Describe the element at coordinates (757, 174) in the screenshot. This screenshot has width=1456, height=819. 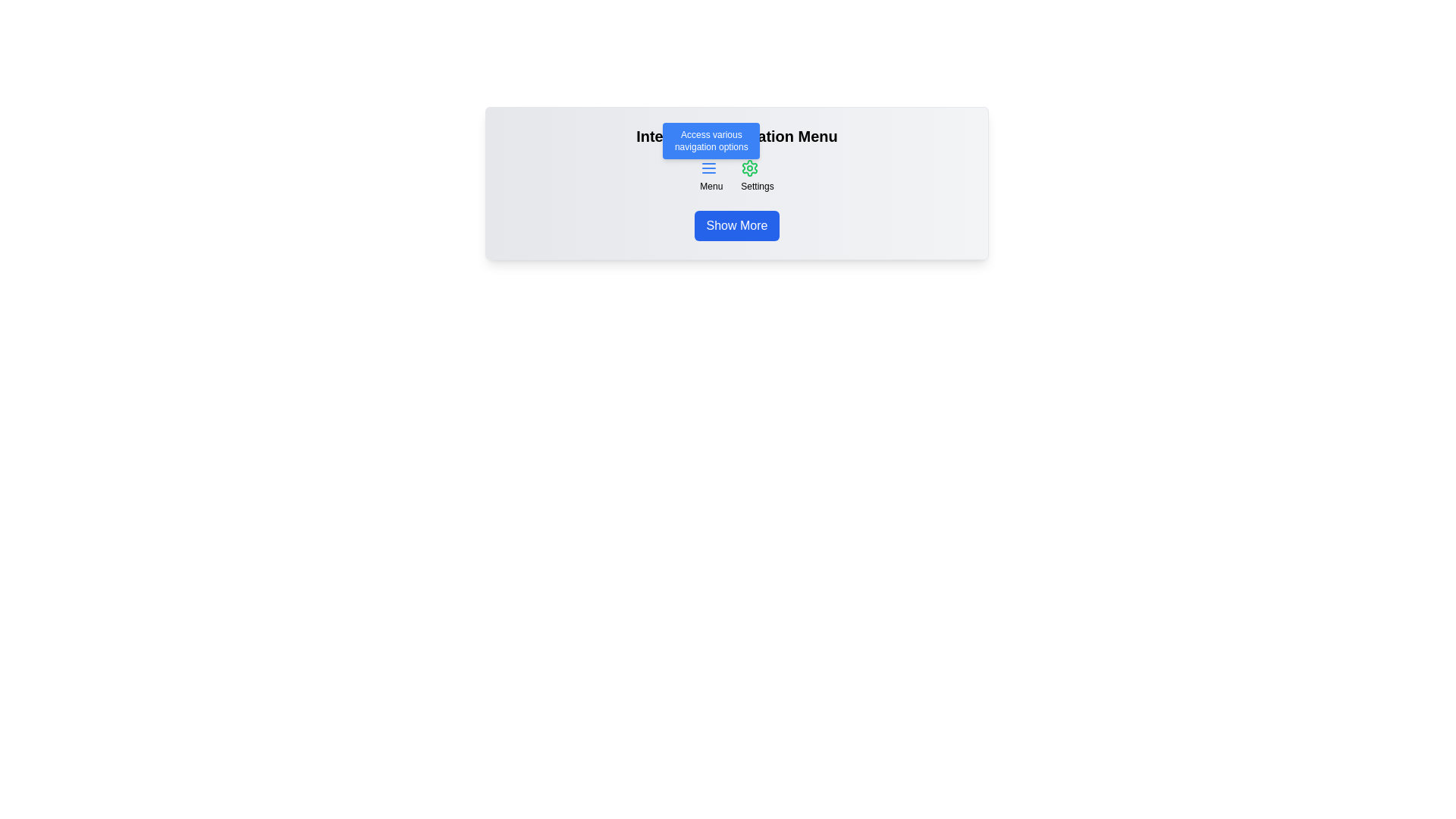
I see `the green gear icon button labeled 'Settings' to visualize related tooltips or effects` at that location.